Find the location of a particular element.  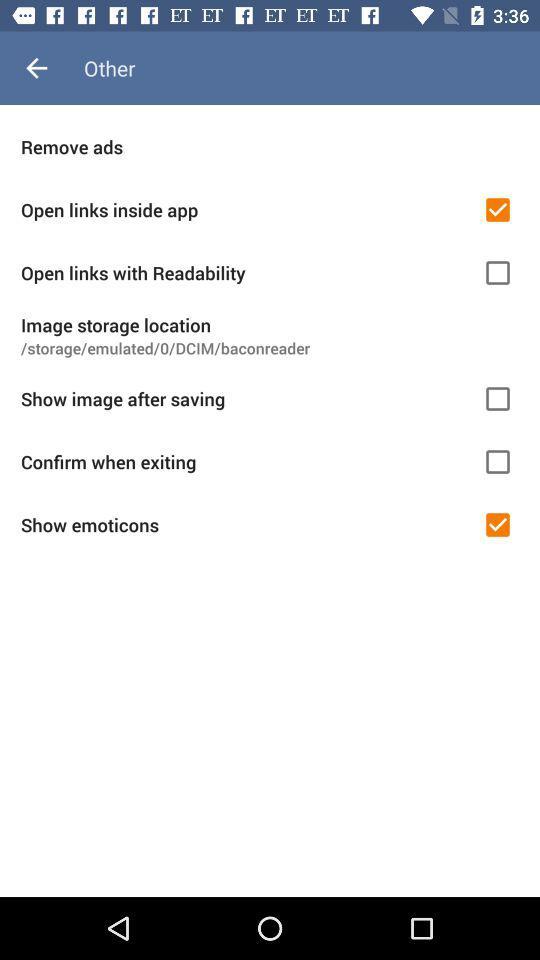

remove ads is located at coordinates (270, 145).